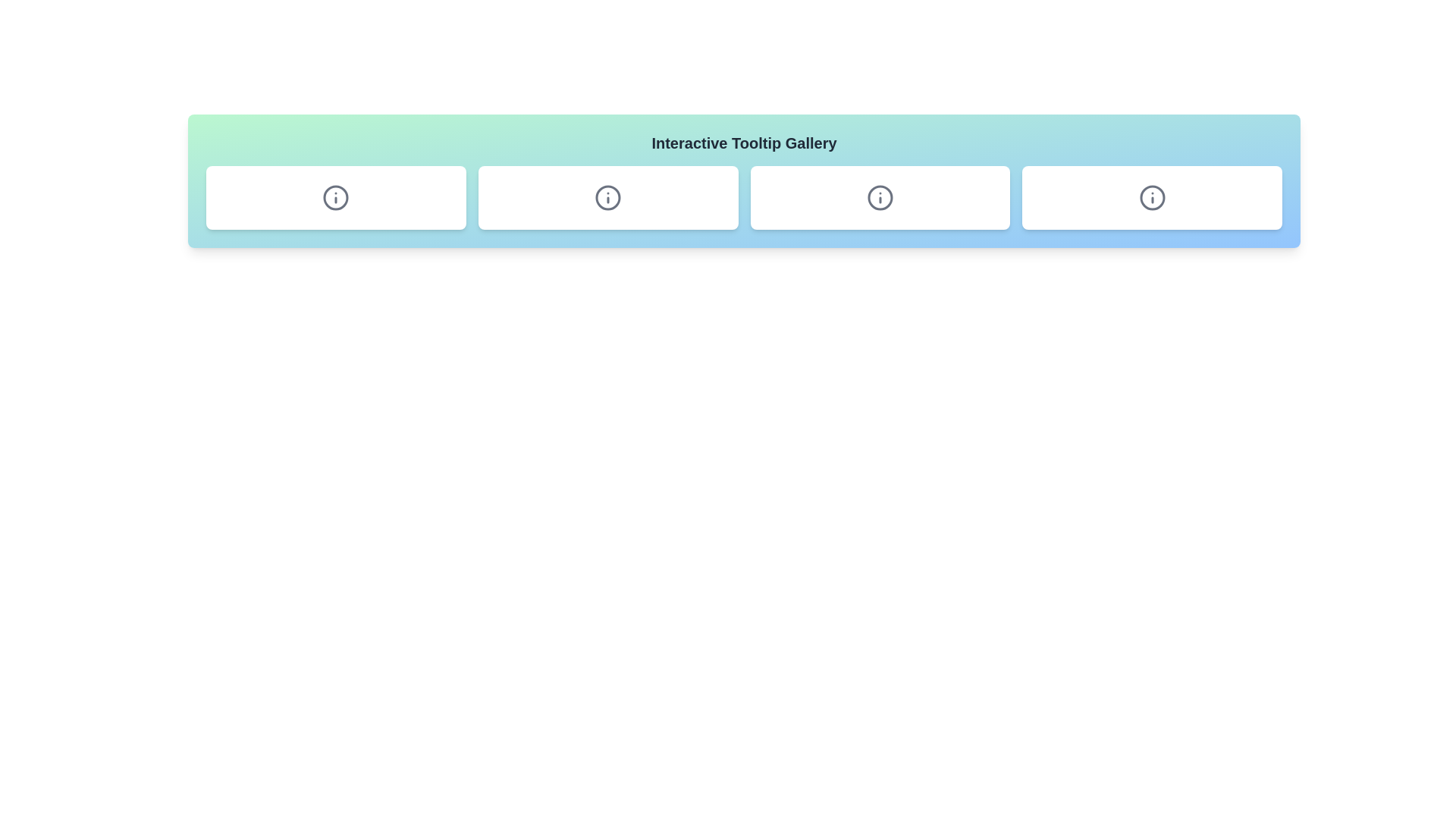  Describe the element at coordinates (335, 197) in the screenshot. I see `the circular SVG graphic element that represents information, located in the second panel from the left` at that location.